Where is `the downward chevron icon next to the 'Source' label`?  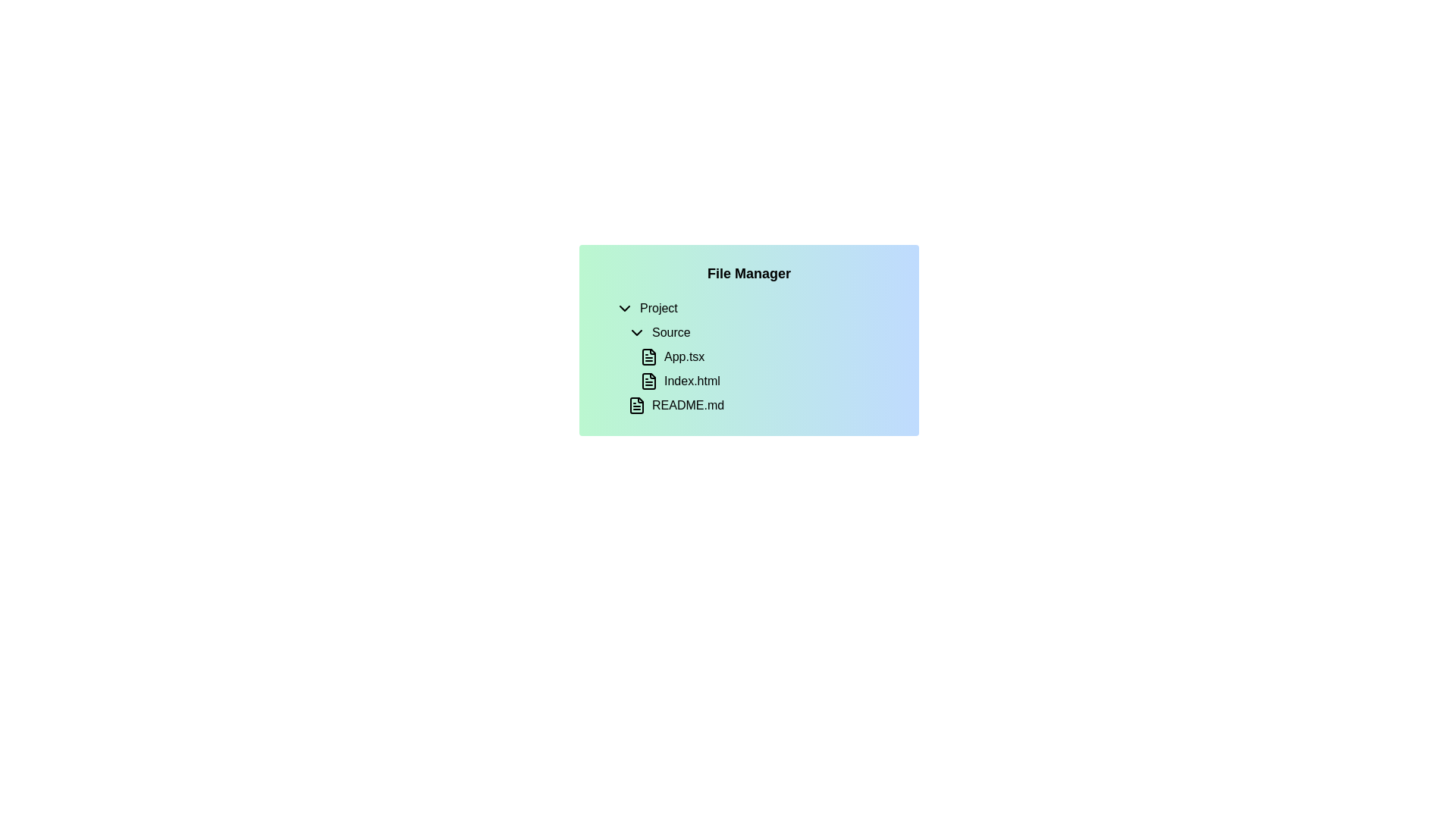
the downward chevron icon next to the 'Source' label is located at coordinates (637, 332).